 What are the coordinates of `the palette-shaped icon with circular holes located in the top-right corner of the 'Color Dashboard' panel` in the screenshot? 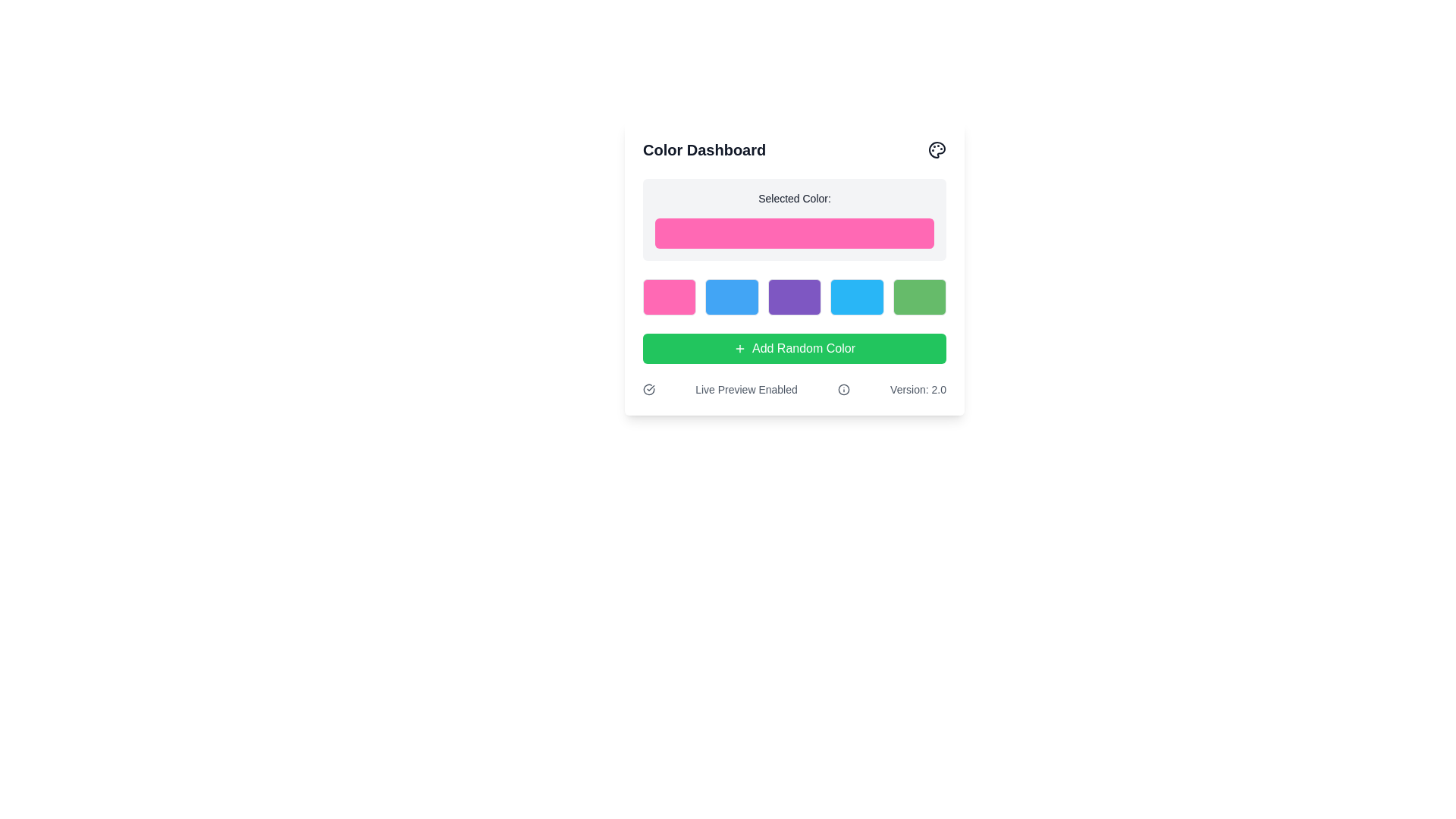 It's located at (937, 149).